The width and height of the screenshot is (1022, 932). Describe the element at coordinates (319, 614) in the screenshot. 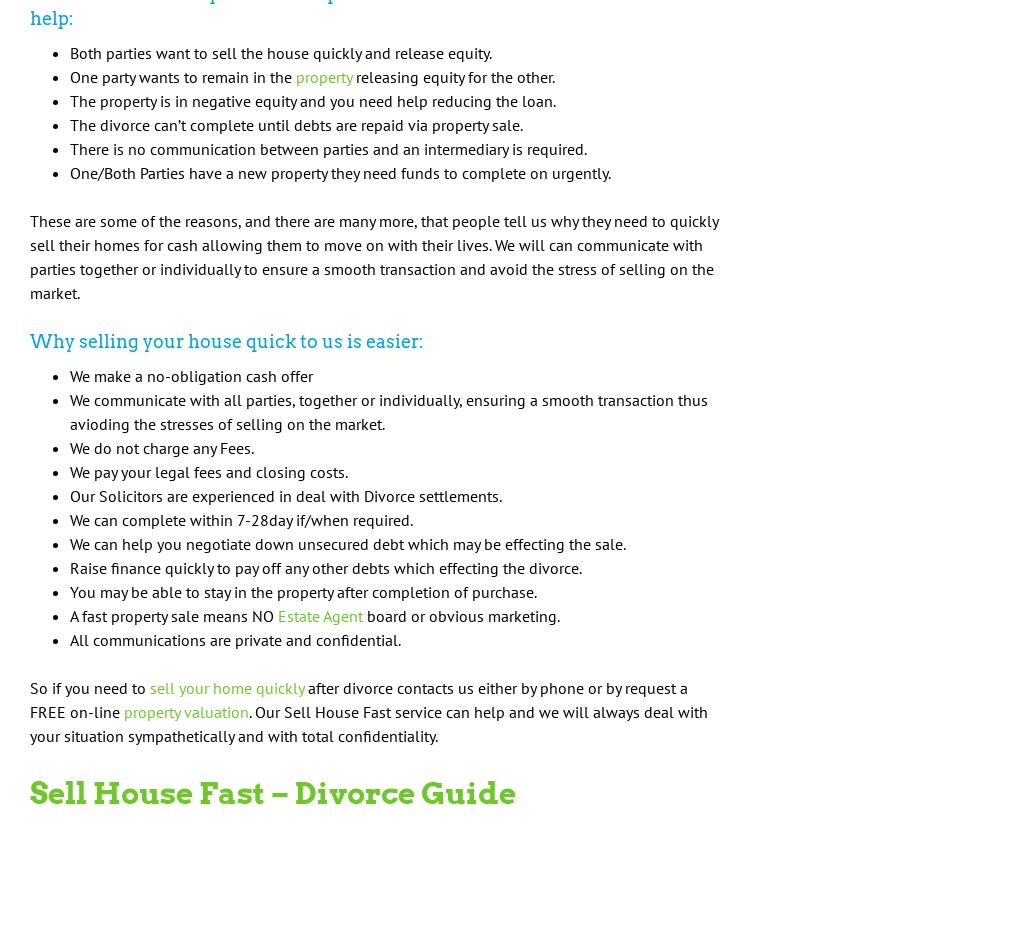

I see `'Estate Agent'` at that location.